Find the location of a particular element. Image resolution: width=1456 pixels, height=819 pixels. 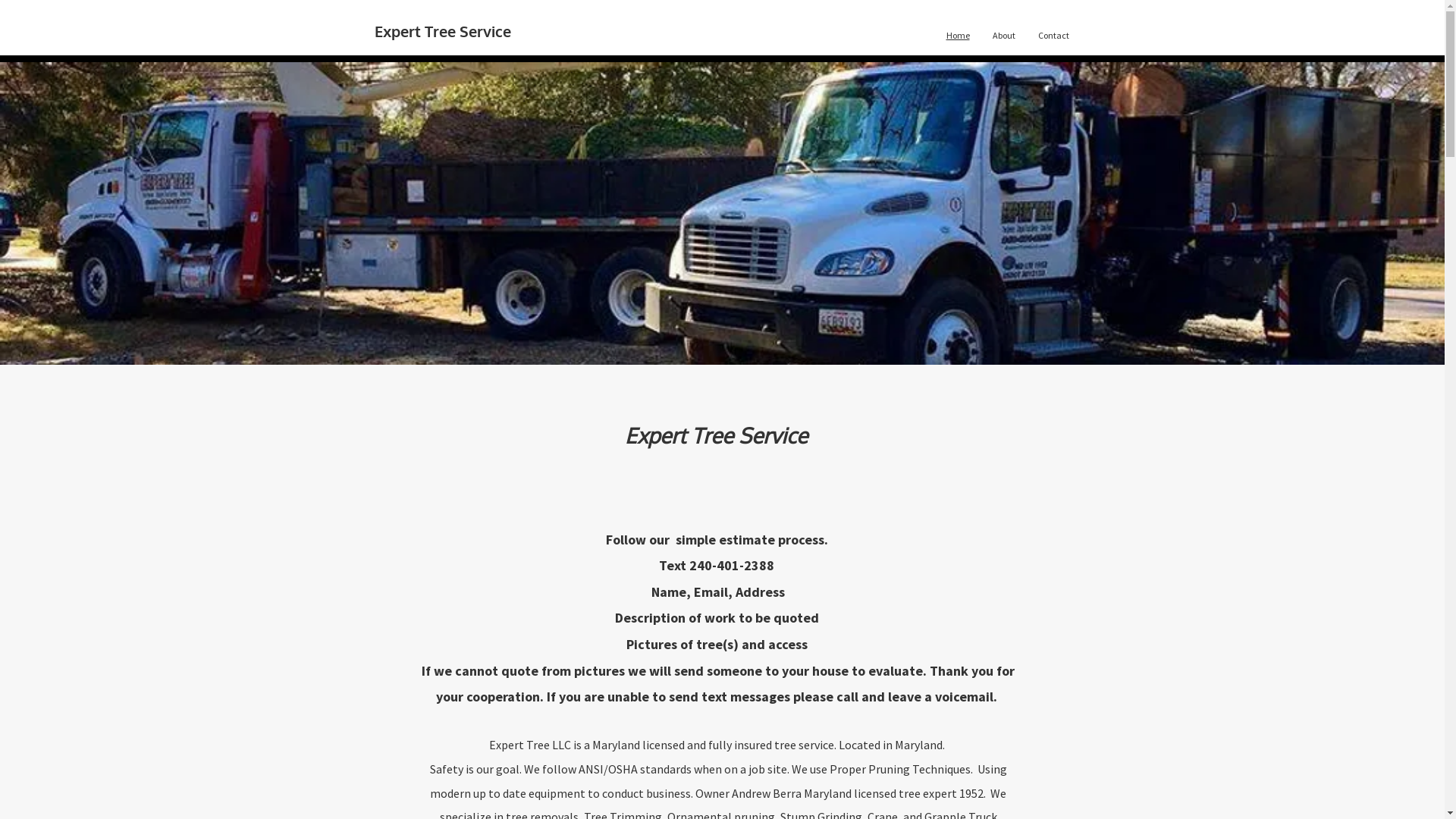

'Home' is located at coordinates (934, 34).